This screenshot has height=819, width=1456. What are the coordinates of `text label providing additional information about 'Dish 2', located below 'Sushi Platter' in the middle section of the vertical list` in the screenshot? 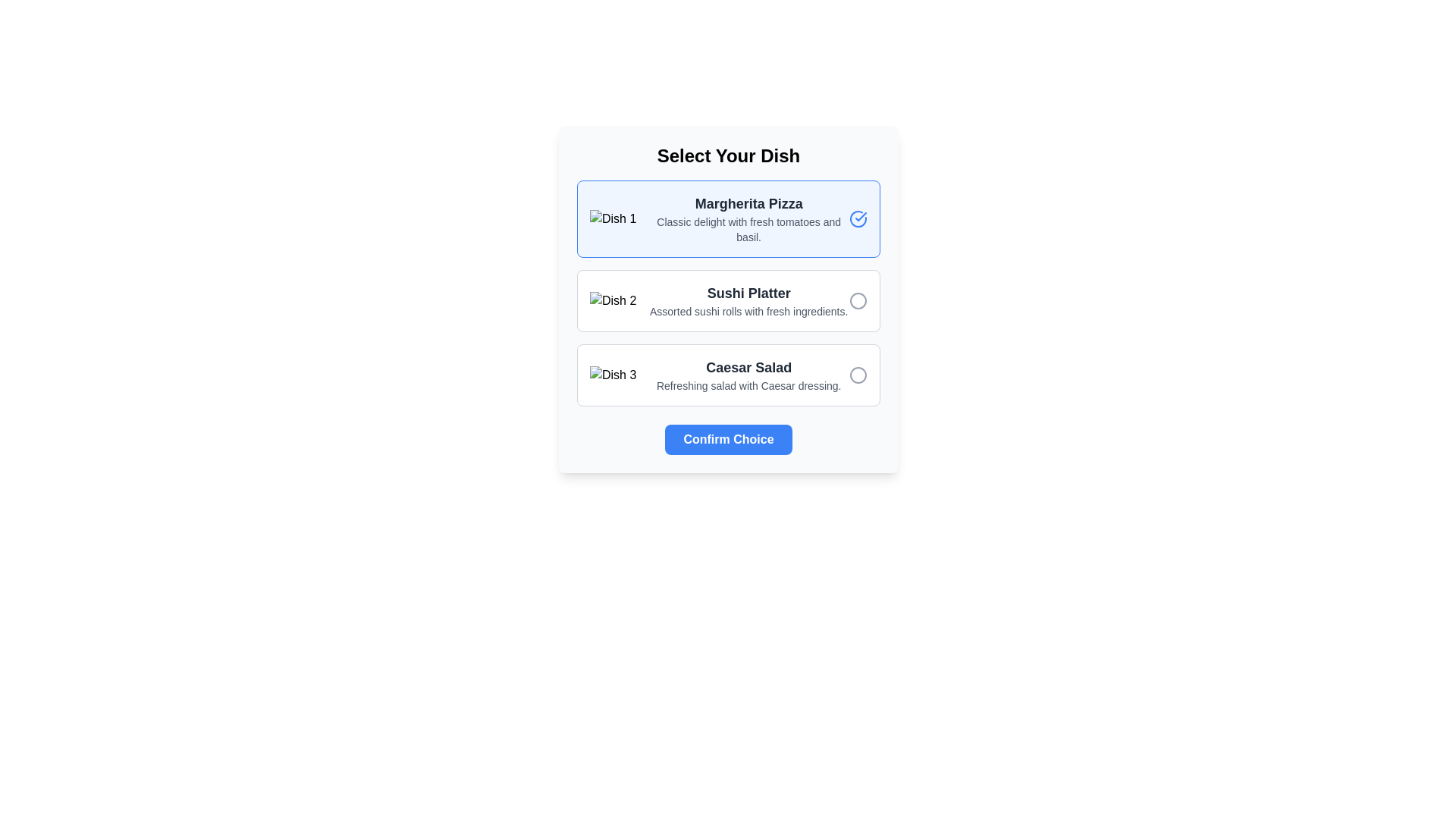 It's located at (748, 311).